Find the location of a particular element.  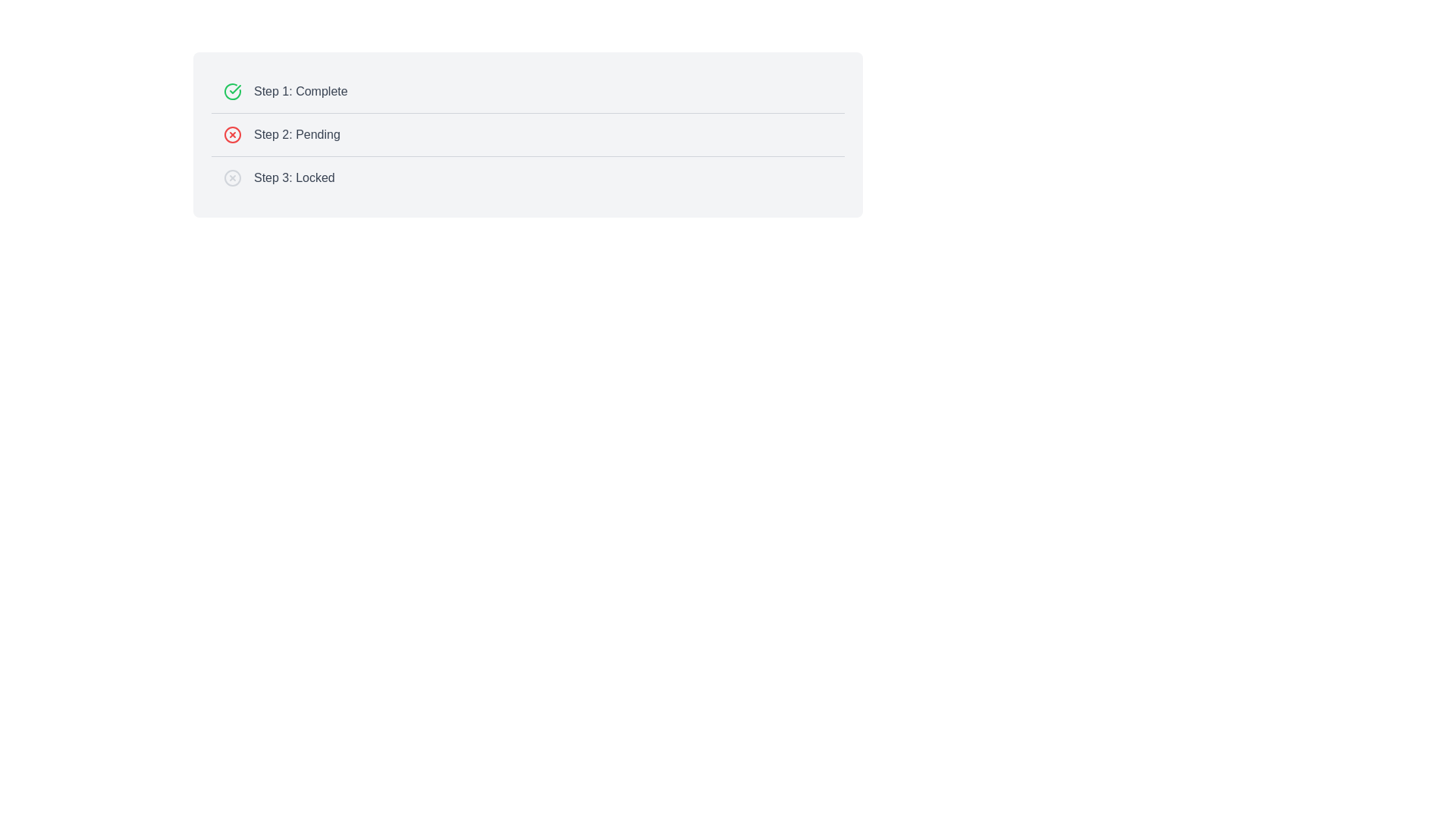

the horizontal divider that separates 'Step 2: Pending' and 'Step 3: Locked' sections in the interface is located at coordinates (528, 156).